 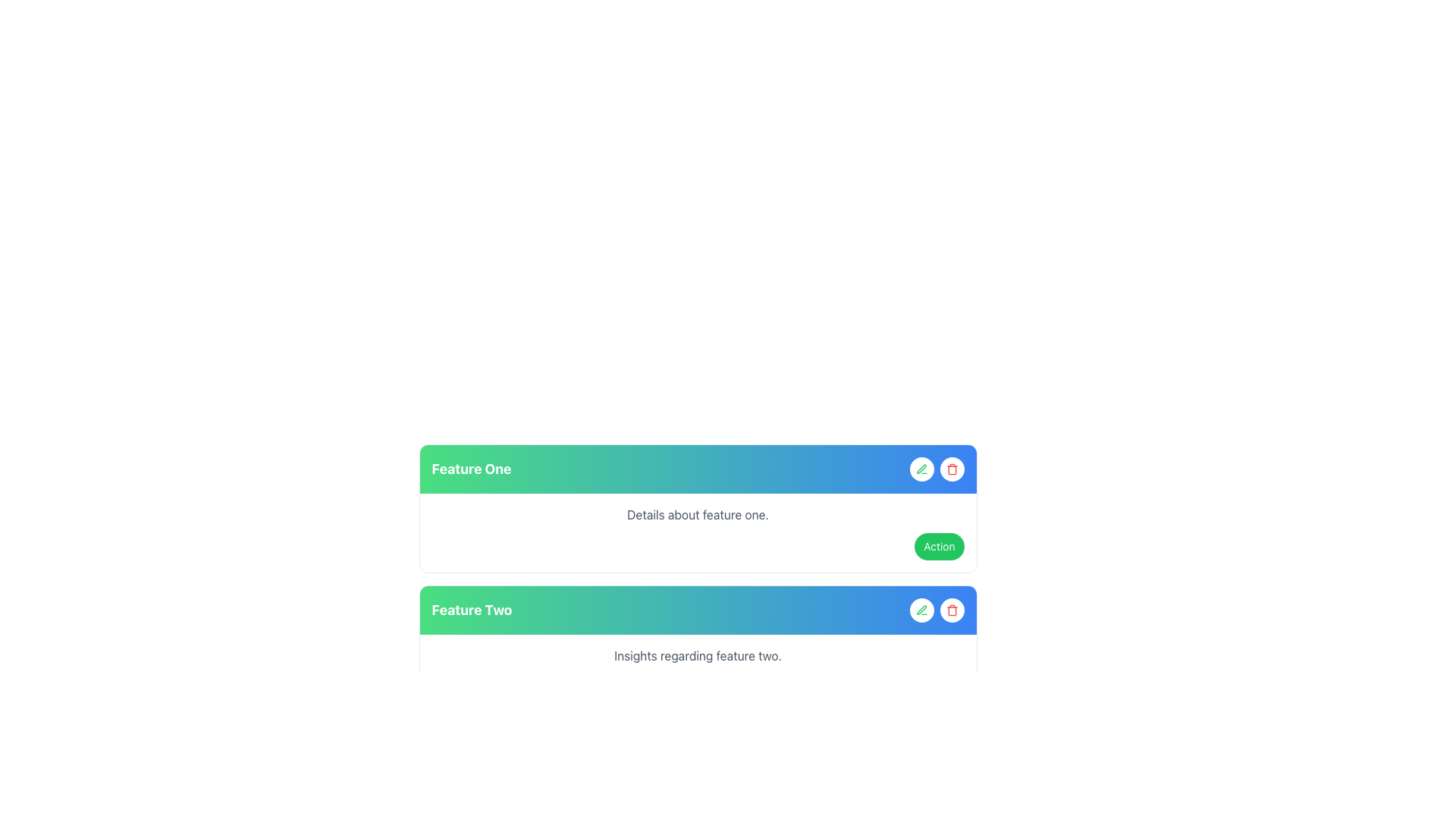 I want to click on the button associated with 'Feature One', so click(x=938, y=547).